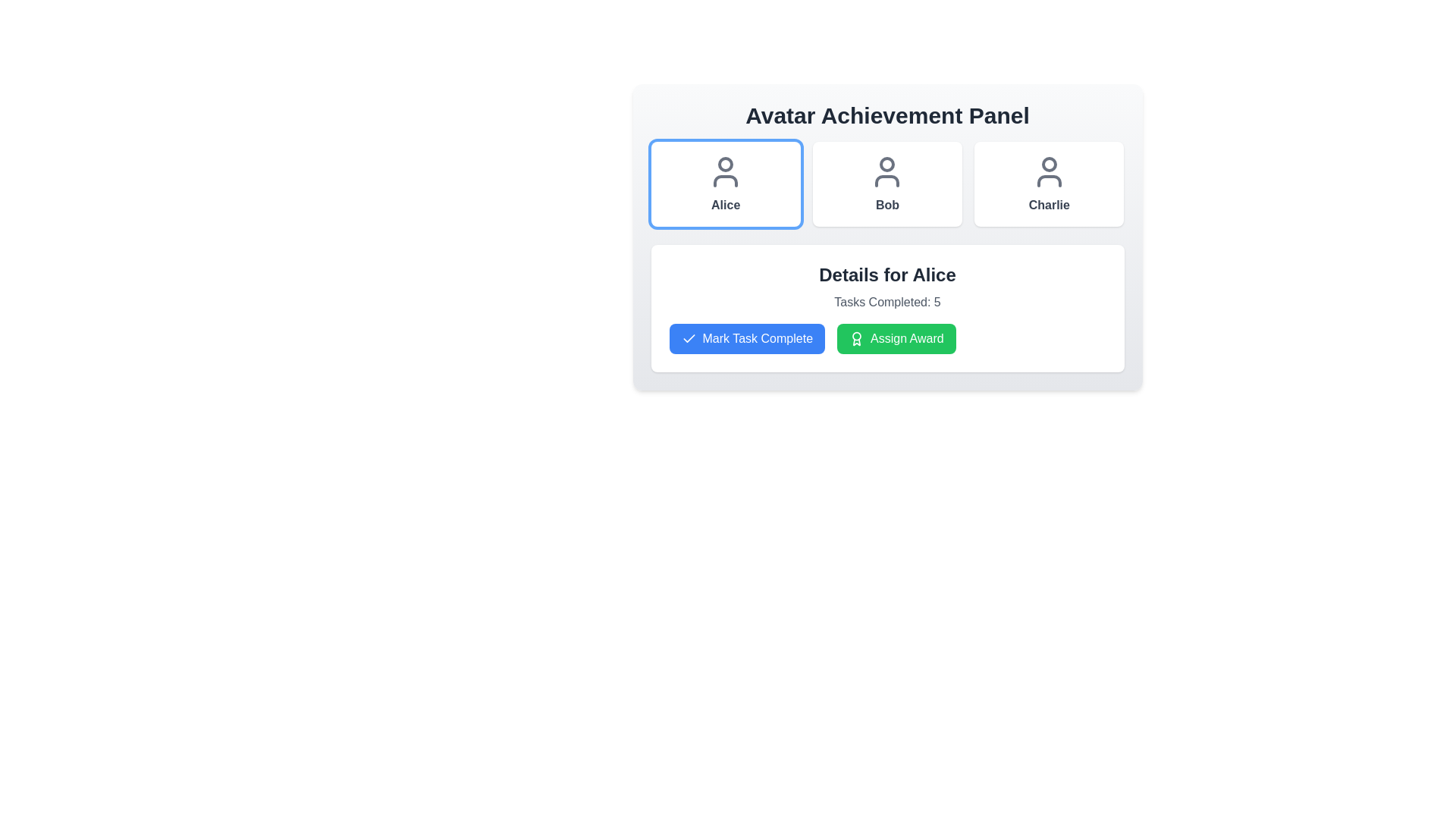  What do you see at coordinates (887, 115) in the screenshot?
I see `the title text label positioned at the top-central part of the card component, which serves as a heading for user avatars and associated tasks` at bounding box center [887, 115].